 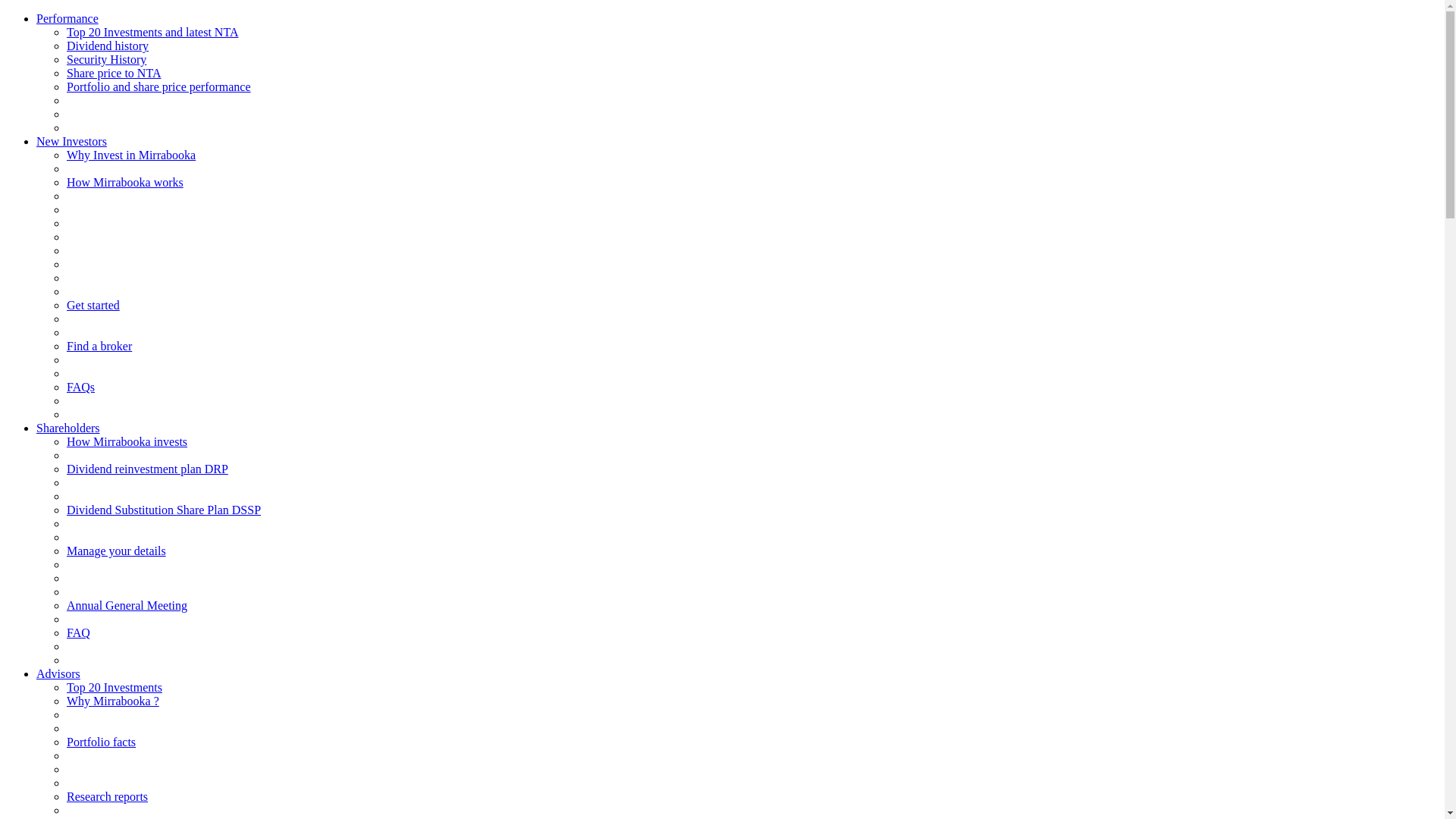 What do you see at coordinates (105, 58) in the screenshot?
I see `'Security History'` at bounding box center [105, 58].